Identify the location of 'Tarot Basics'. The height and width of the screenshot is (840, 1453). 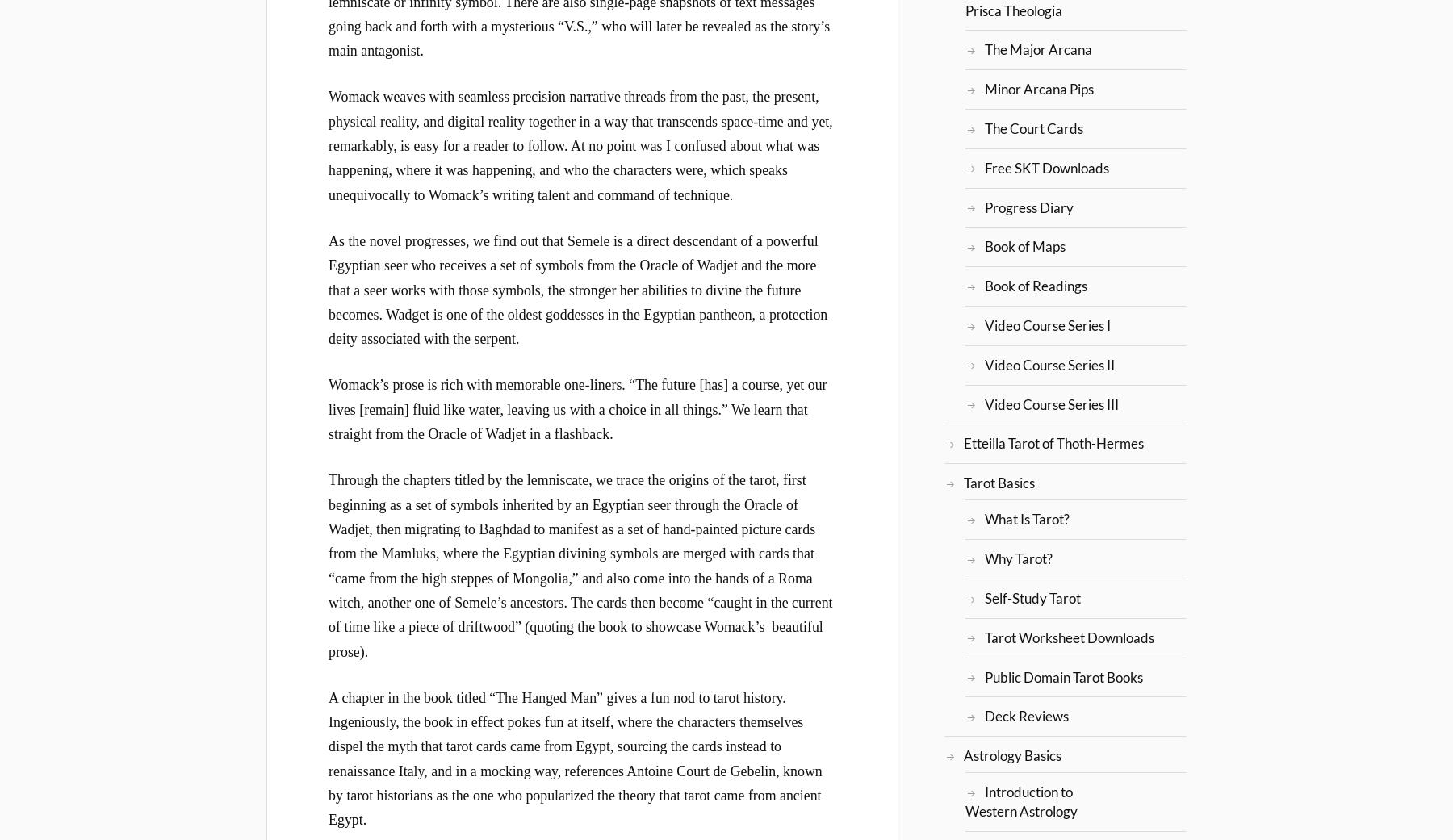
(999, 483).